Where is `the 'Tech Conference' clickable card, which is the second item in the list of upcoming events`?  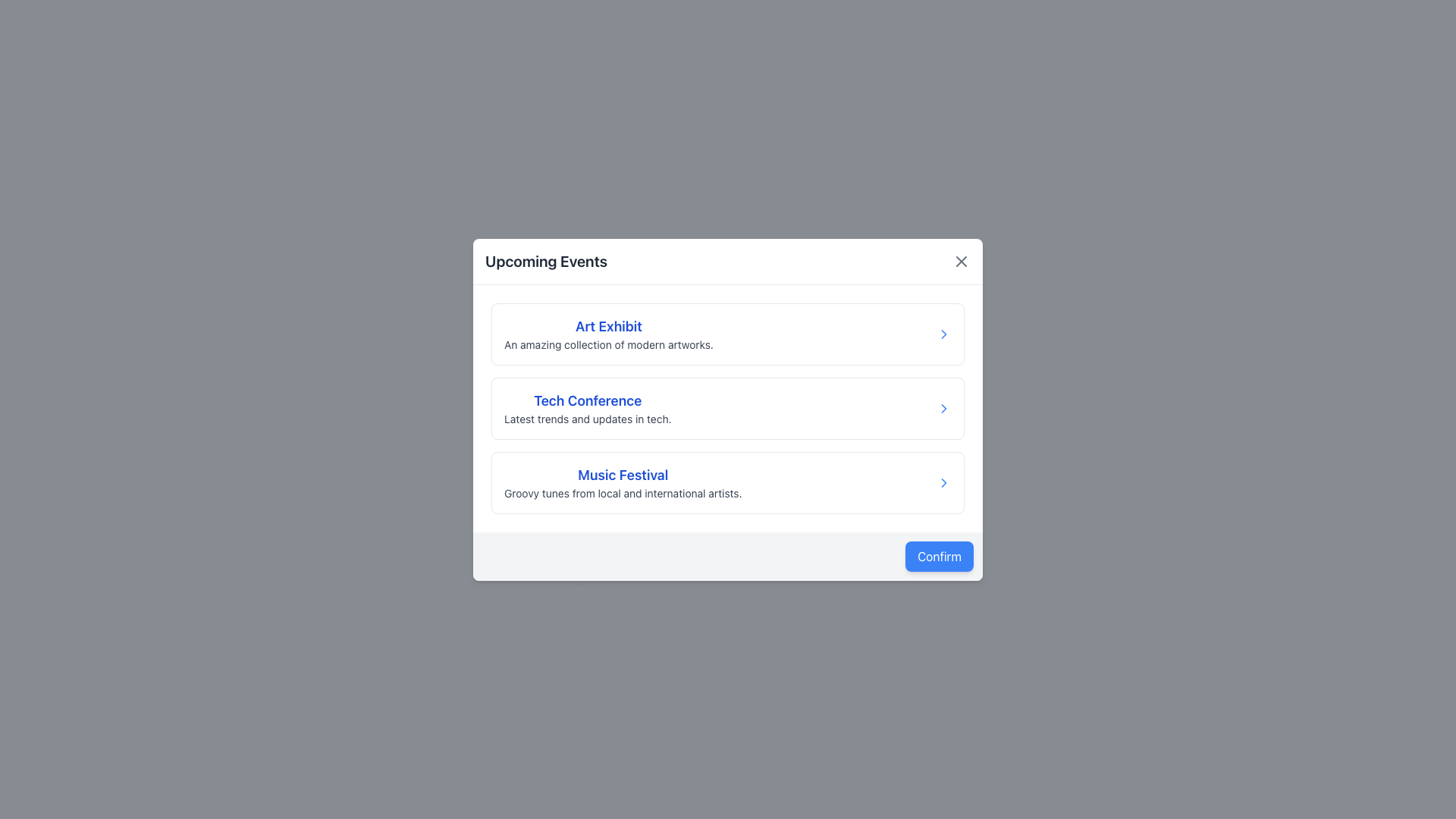 the 'Tech Conference' clickable card, which is the second item in the list of upcoming events is located at coordinates (728, 406).